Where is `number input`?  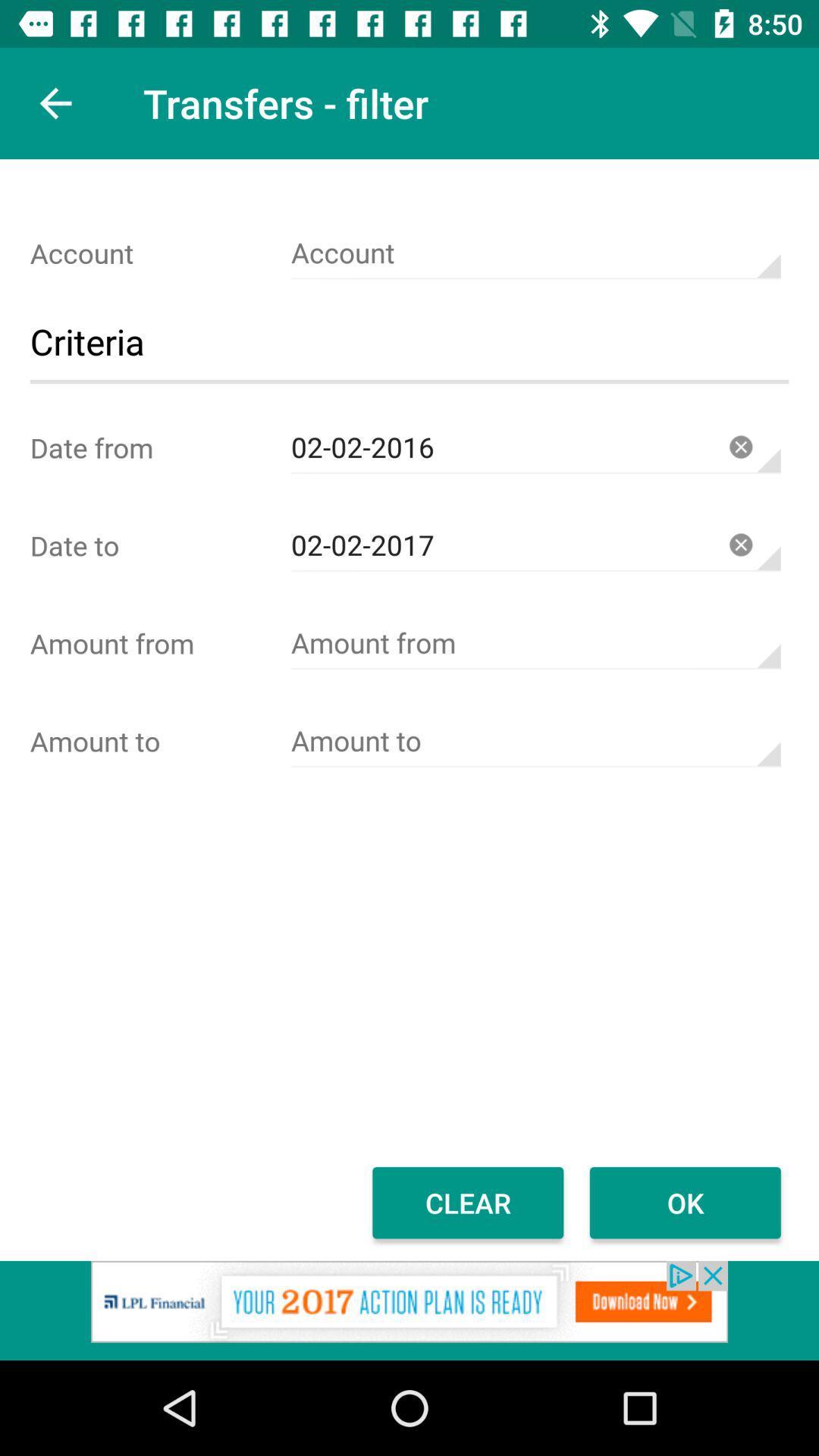
number input is located at coordinates (535, 741).